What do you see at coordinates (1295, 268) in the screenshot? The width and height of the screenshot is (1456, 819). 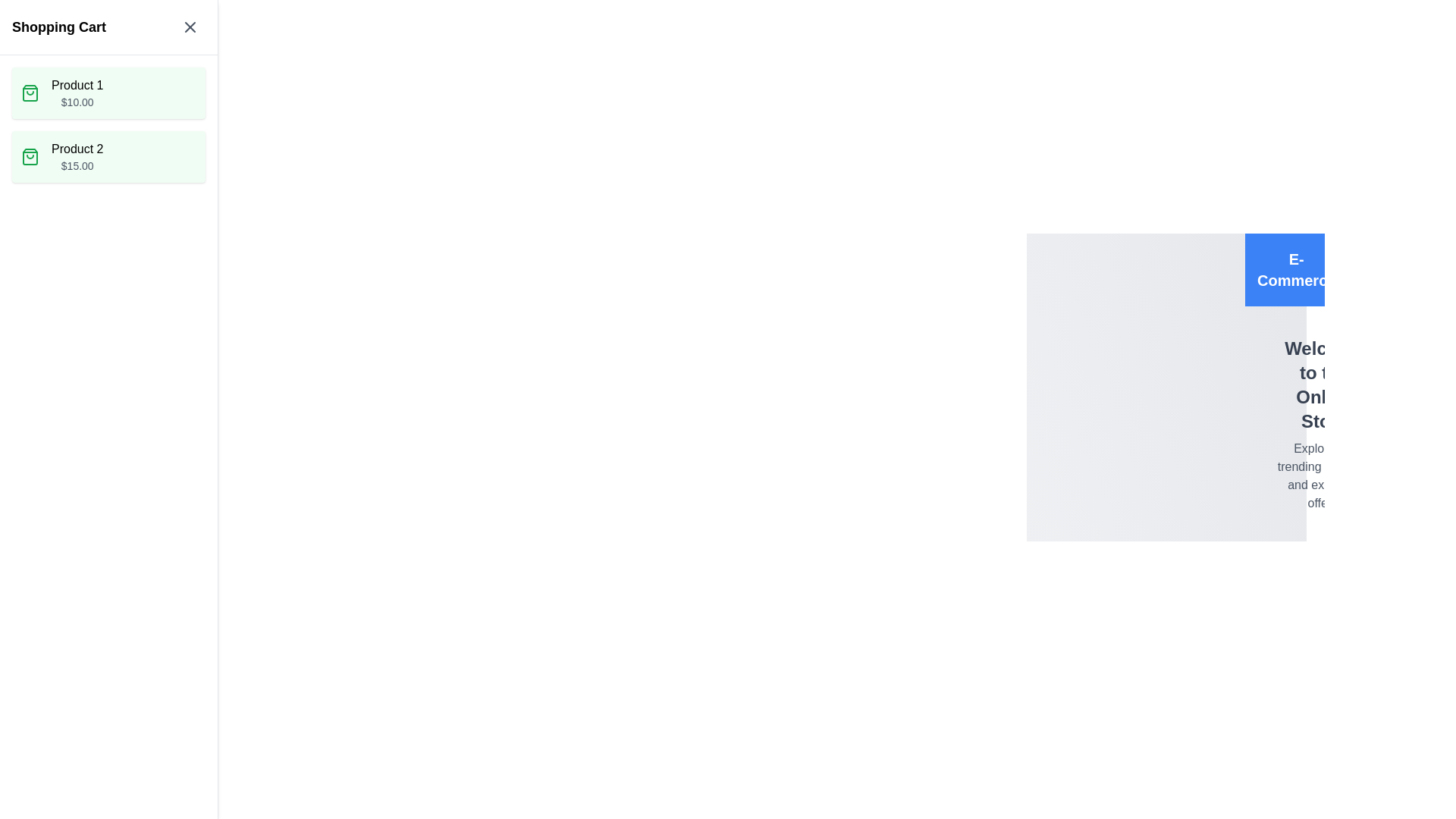 I see `the static text label displaying 'E-Commerce' in bold white on a blue background, located in the upper-right portion of the interface, adjacent to 'Manage Cart'` at bounding box center [1295, 268].